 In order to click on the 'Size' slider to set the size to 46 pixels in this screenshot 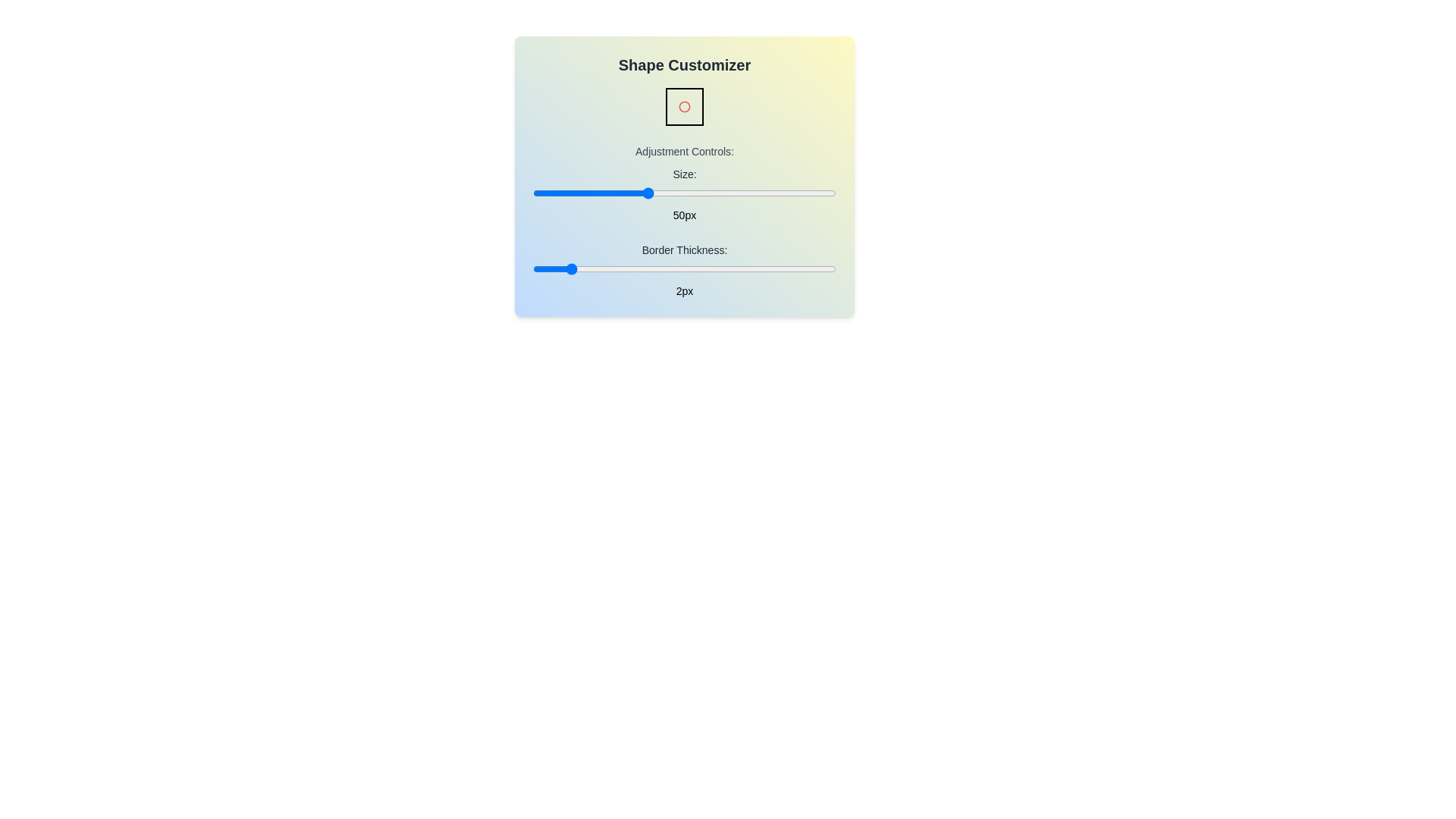, I will do `click(632, 192)`.